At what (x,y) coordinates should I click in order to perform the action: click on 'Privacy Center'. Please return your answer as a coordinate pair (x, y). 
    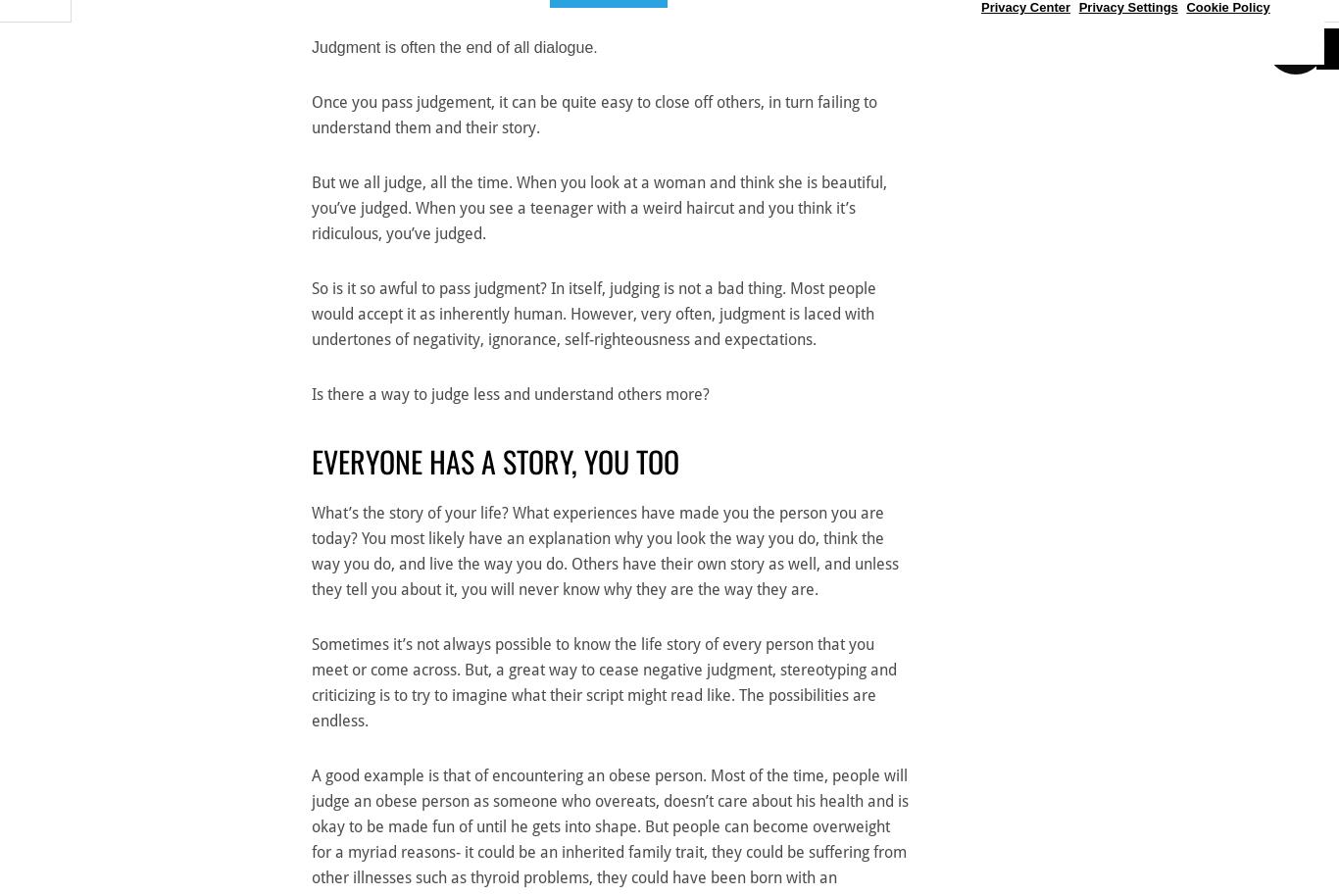
    Looking at the image, I should click on (981, 7).